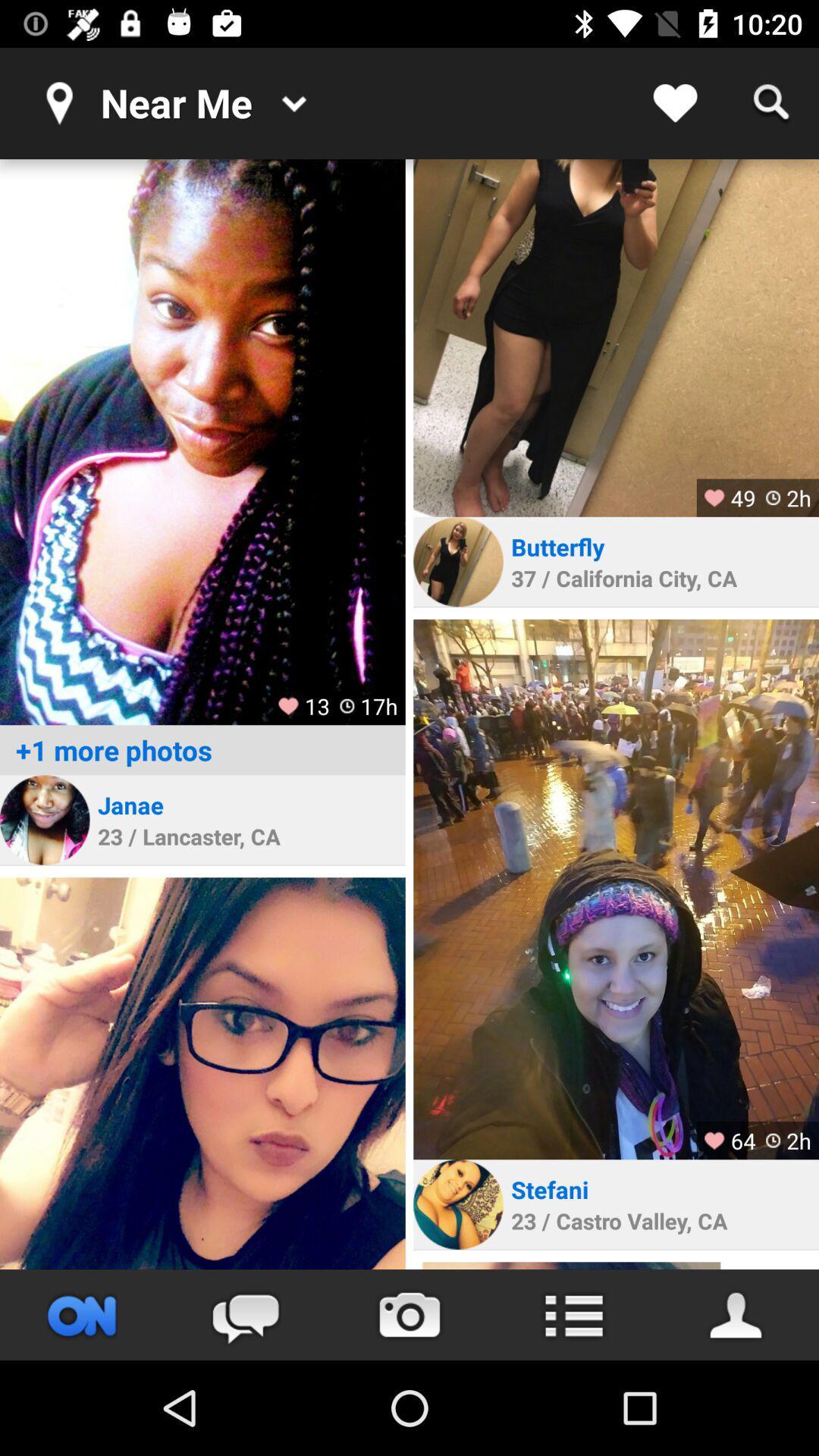 The width and height of the screenshot is (819, 1456). I want to click on profile, so click(616, 889).